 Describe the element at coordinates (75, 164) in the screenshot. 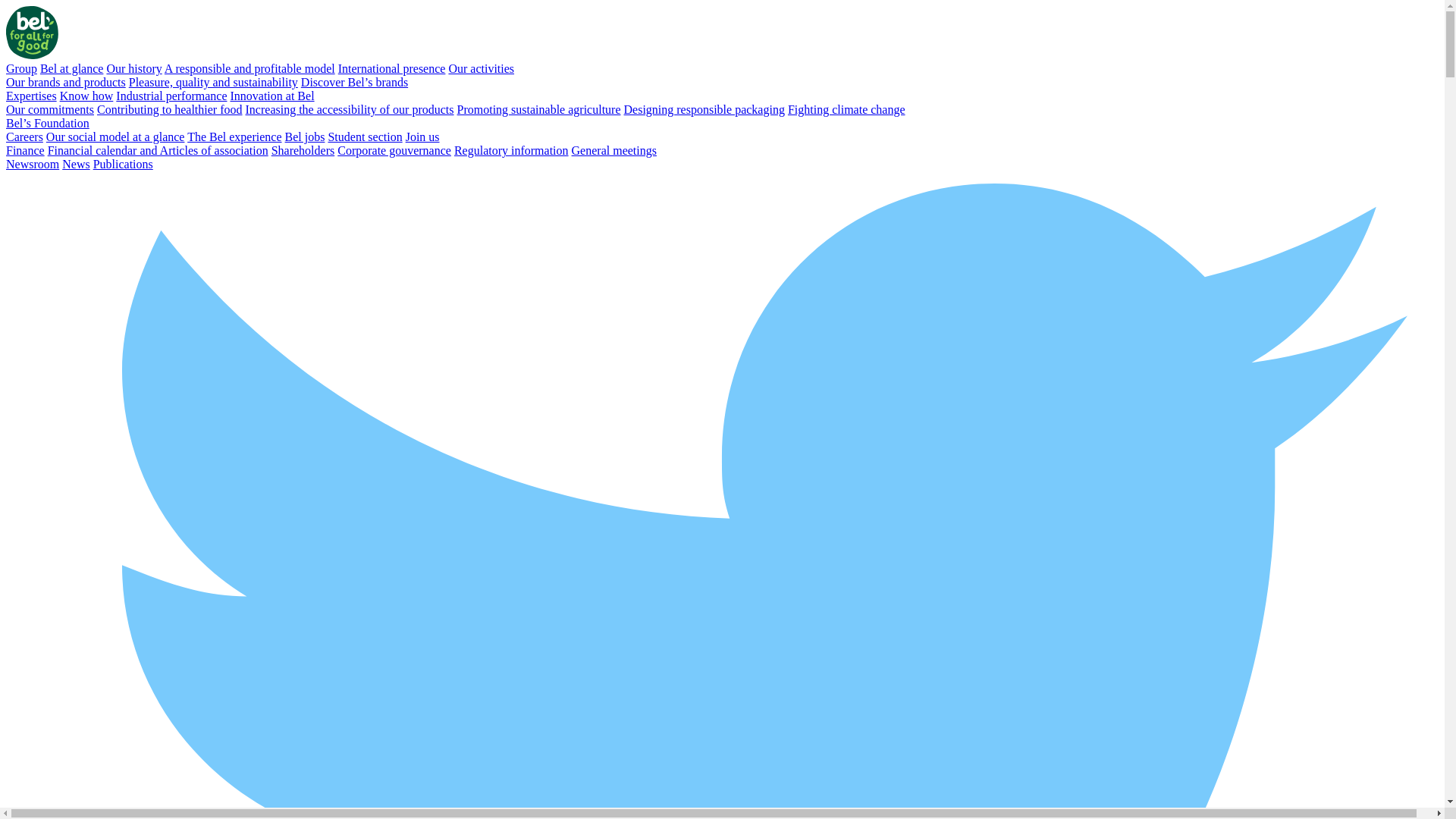

I see `'News'` at that location.